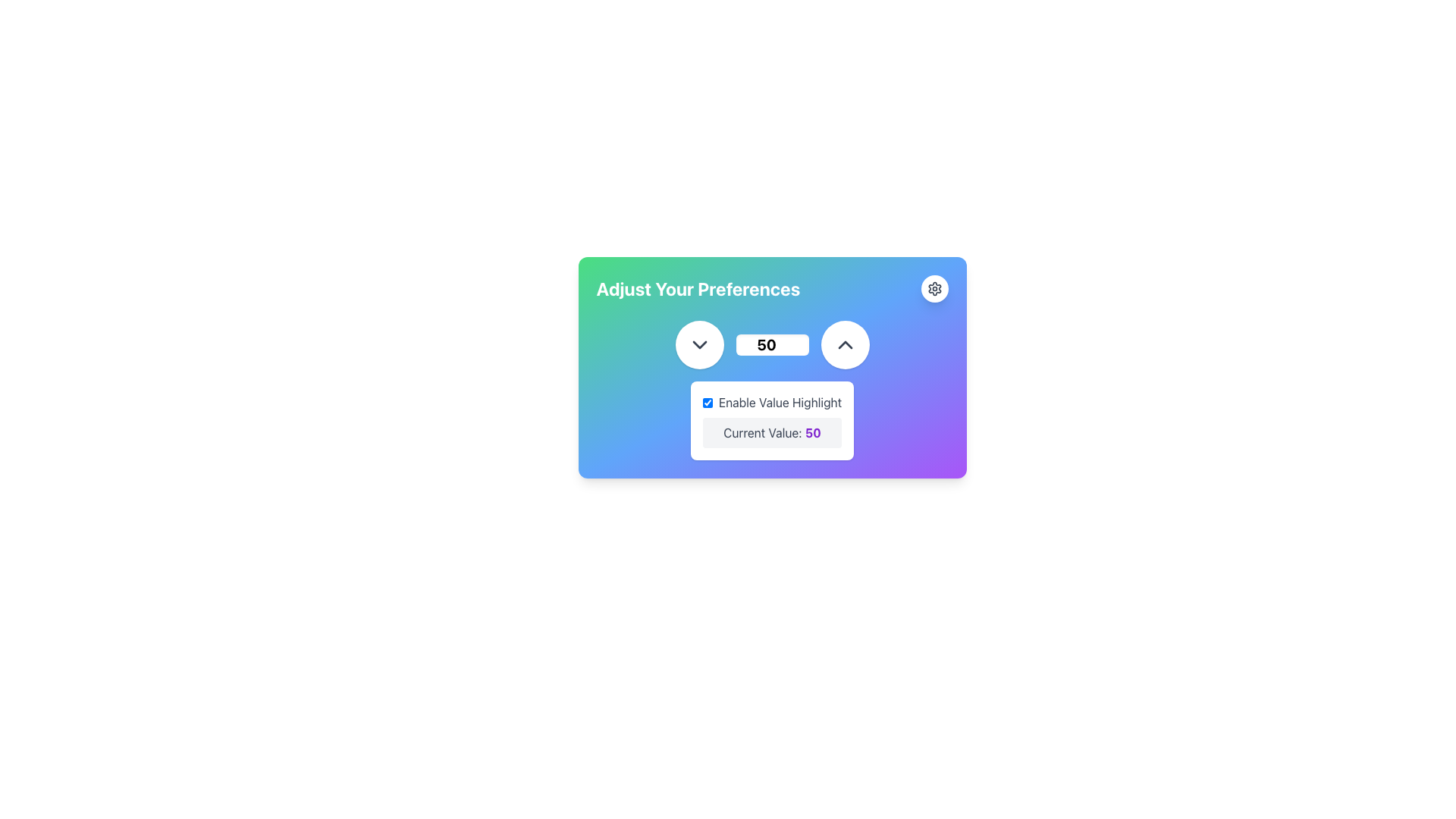  I want to click on the leftmost circular button, which features a white background and a dark gray downward-facing chevron icon, to decrement the value, so click(698, 345).